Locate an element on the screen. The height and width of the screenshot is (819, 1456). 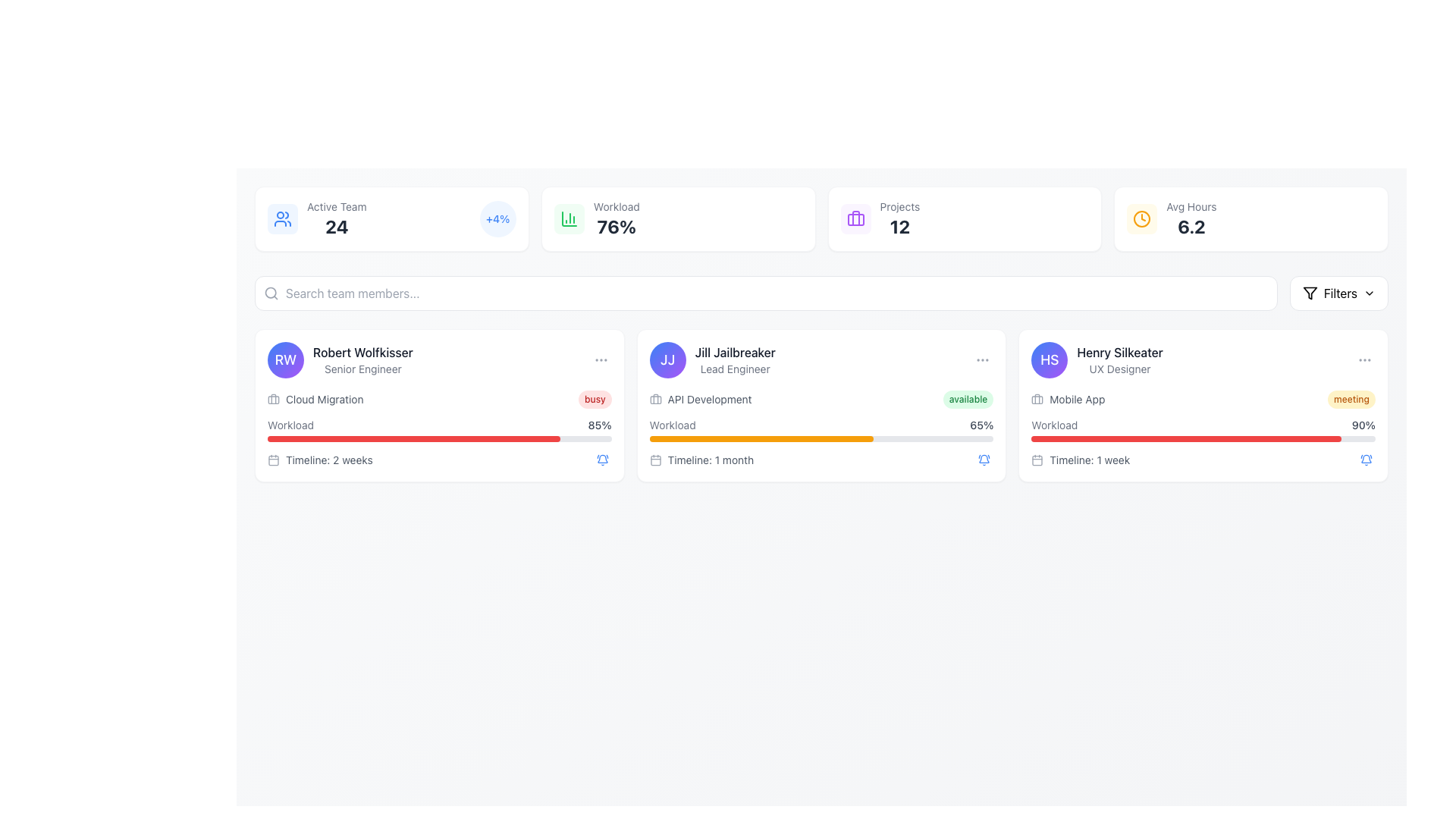
the vertically-aligned ellipsis icon, which consists of three small gray circles stacked vertically, located in the top-right corner of the card labeled 'Henry Silkeater' is located at coordinates (1364, 359).